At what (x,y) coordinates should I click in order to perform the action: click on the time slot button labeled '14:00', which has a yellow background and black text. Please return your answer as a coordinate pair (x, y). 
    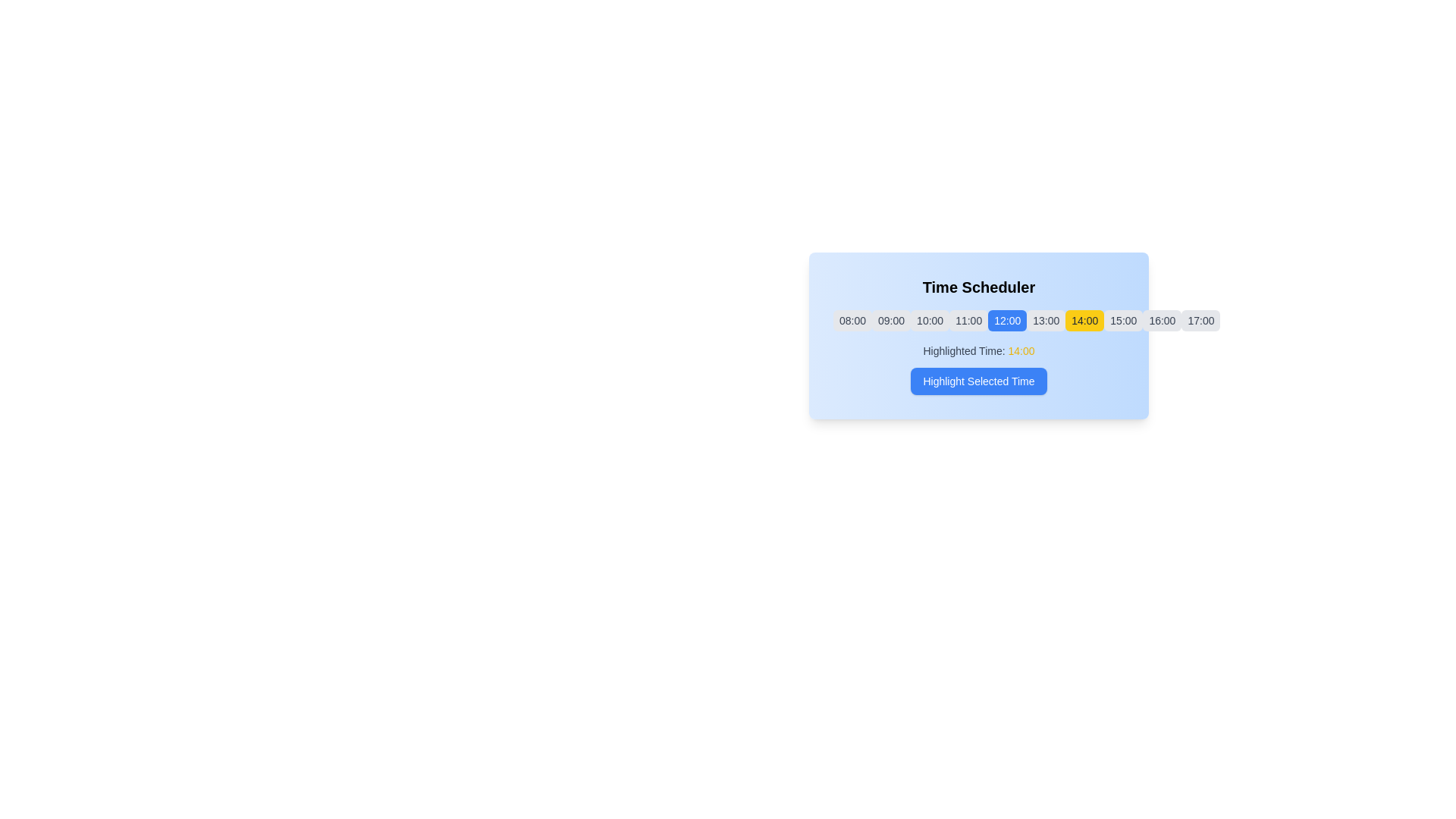
    Looking at the image, I should click on (1084, 320).